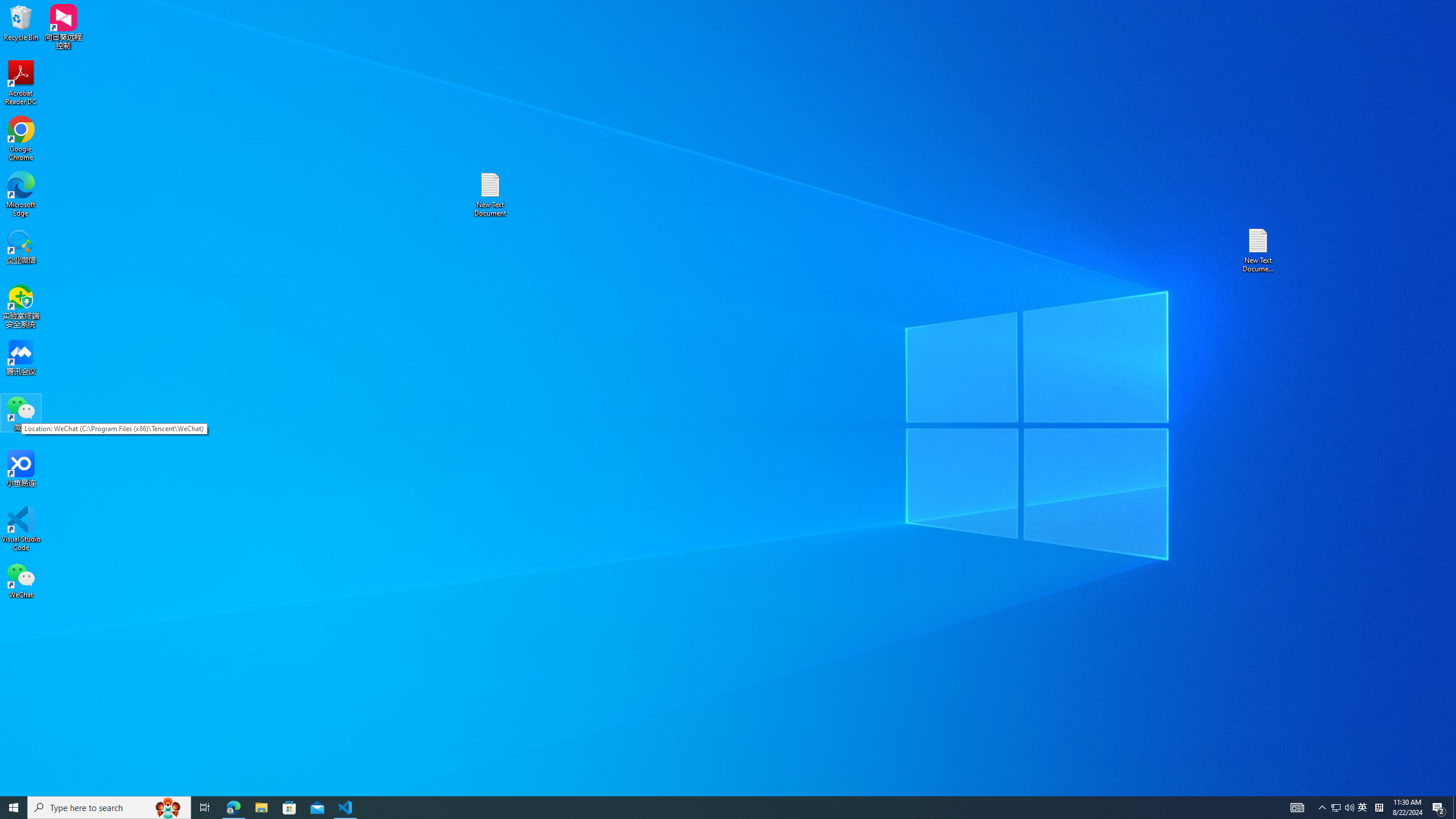 The image size is (1456, 819). Describe the element at coordinates (345, 806) in the screenshot. I see `'Visual Studio Code - 1 running window'` at that location.